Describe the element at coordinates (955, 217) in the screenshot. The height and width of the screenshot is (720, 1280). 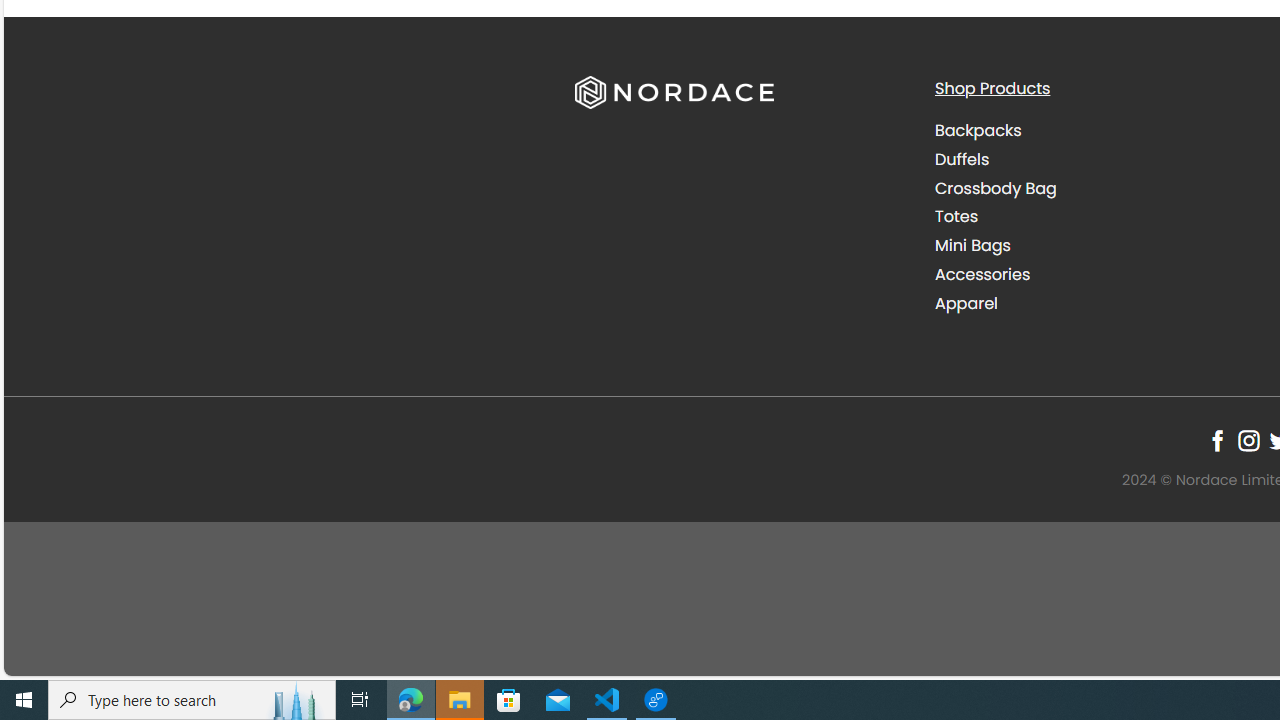
I see `'Totes'` at that location.